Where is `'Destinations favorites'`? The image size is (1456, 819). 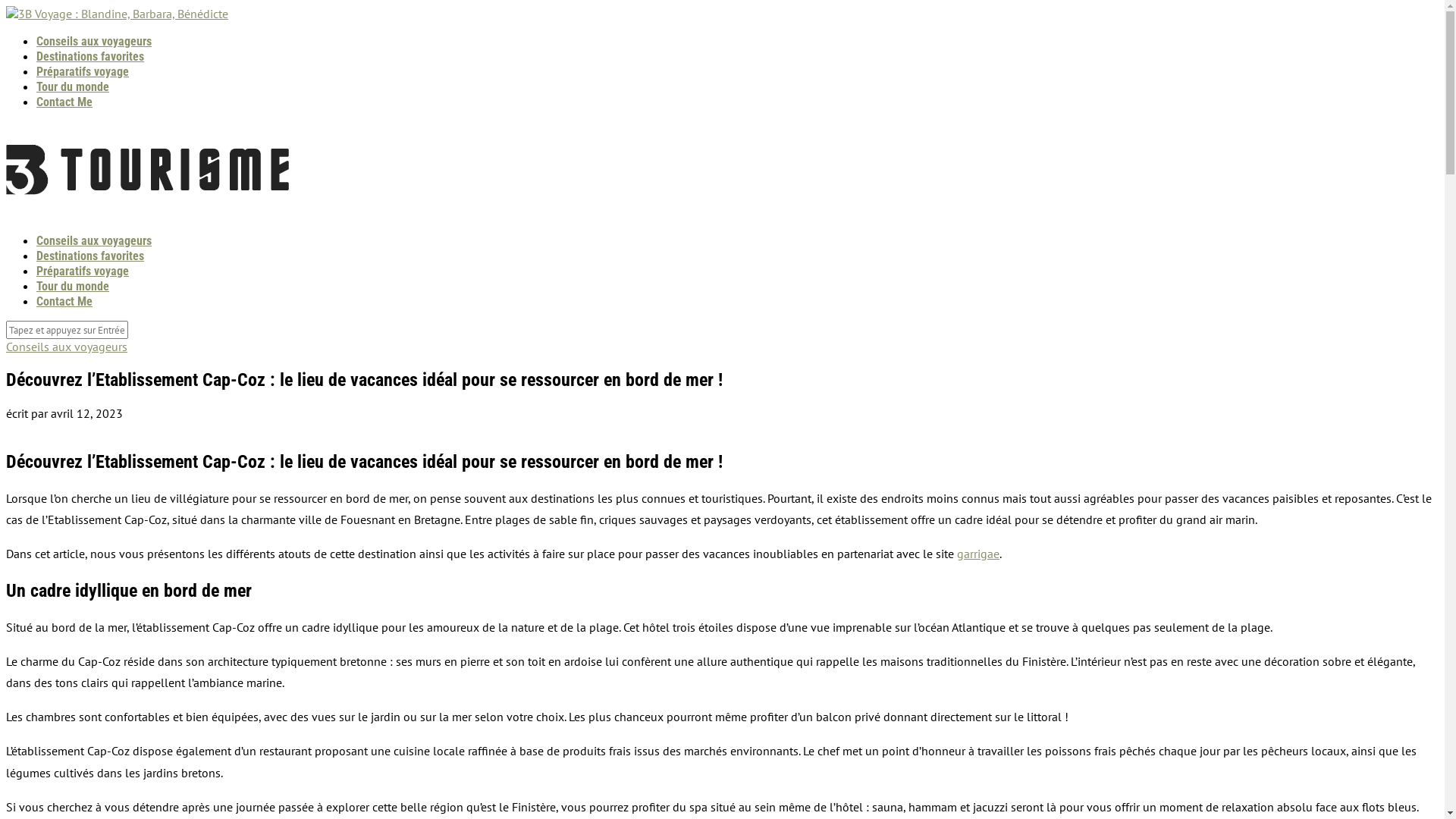
'Destinations favorites' is located at coordinates (89, 55).